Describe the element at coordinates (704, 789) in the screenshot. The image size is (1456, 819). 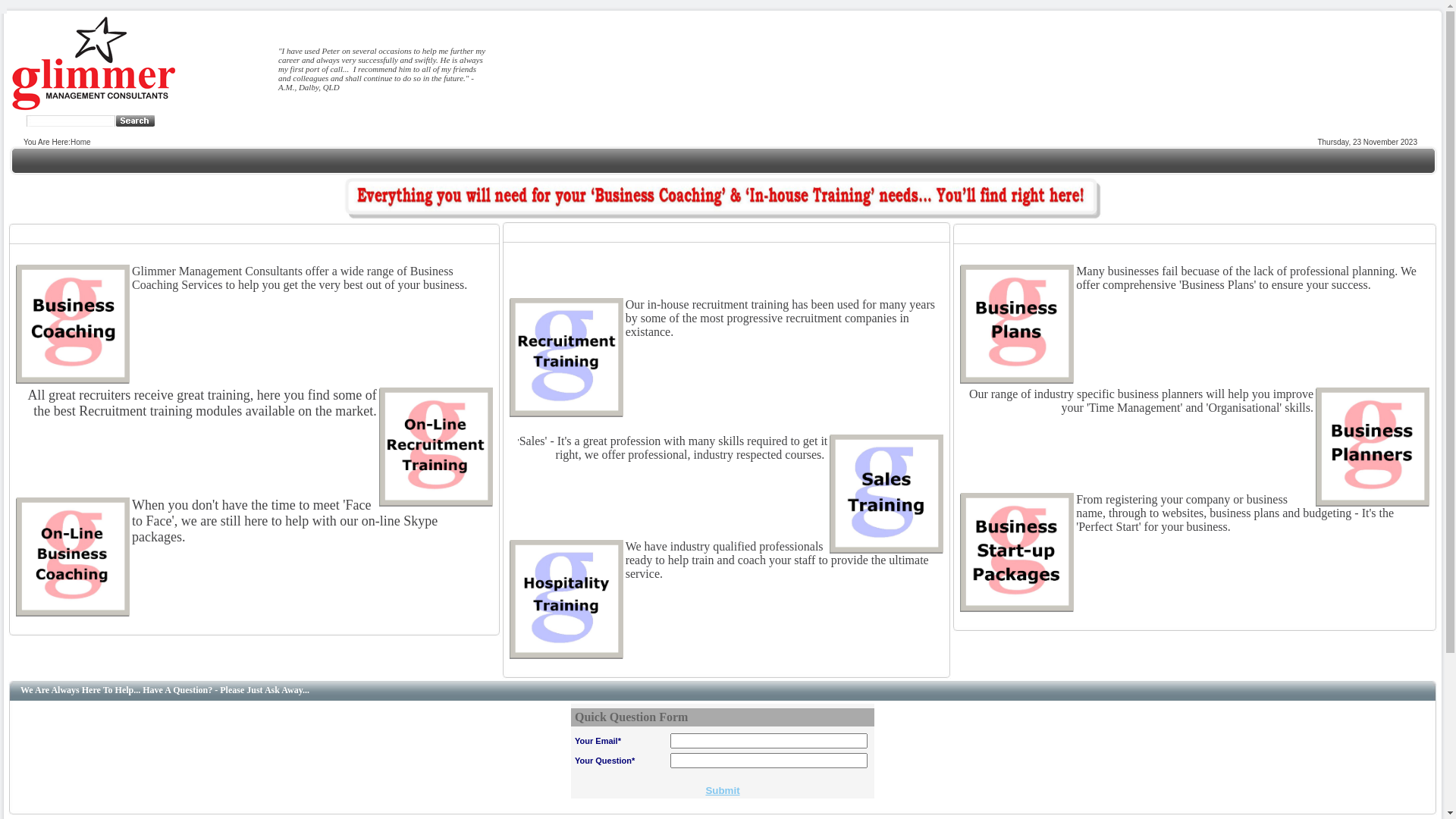
I see `'Submit'` at that location.